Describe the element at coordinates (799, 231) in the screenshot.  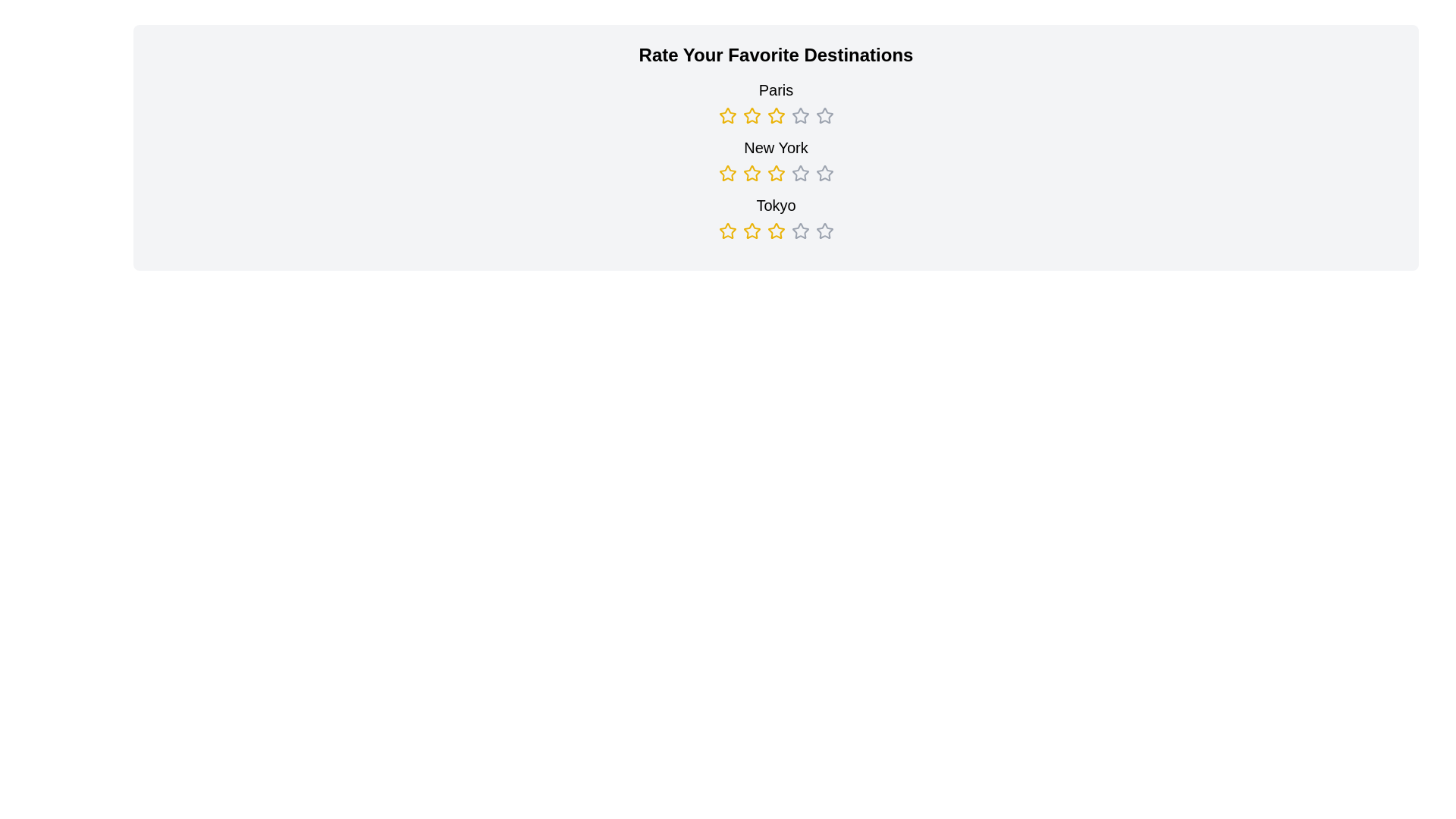
I see `the fourth star icon for rating in the row corresponding` at that location.